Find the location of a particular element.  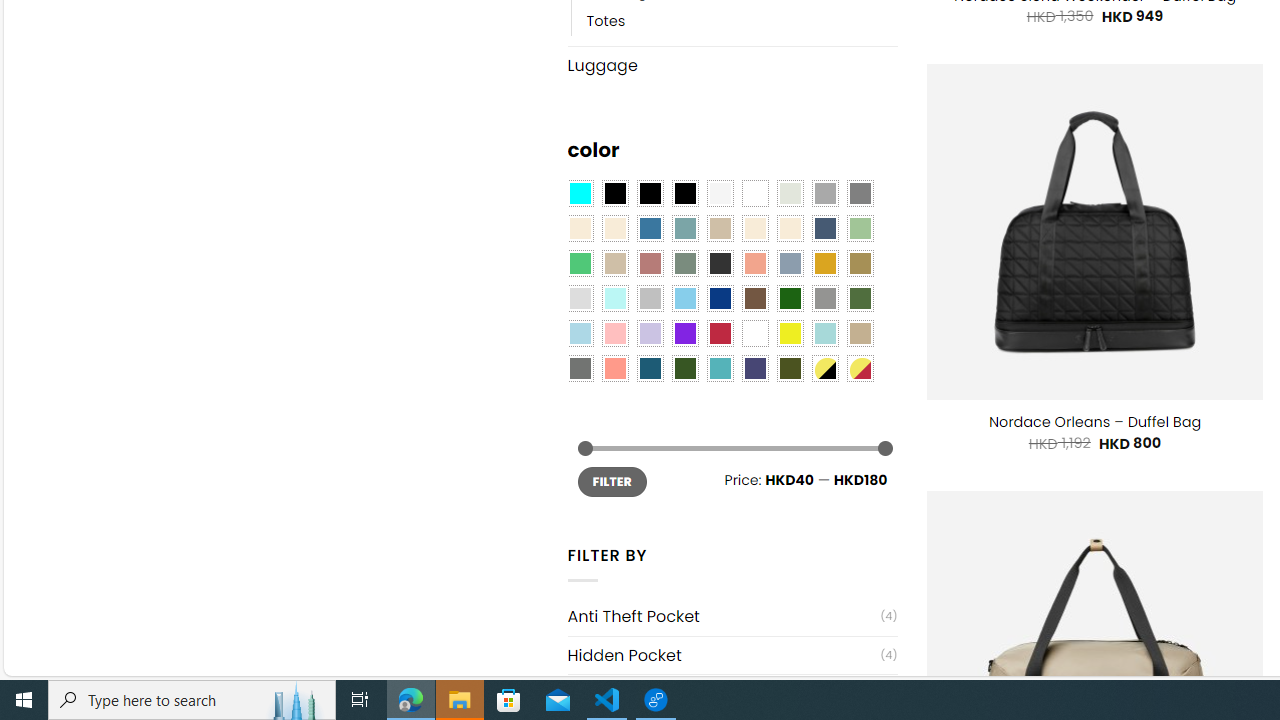

'Luggage' is located at coordinates (731, 63).